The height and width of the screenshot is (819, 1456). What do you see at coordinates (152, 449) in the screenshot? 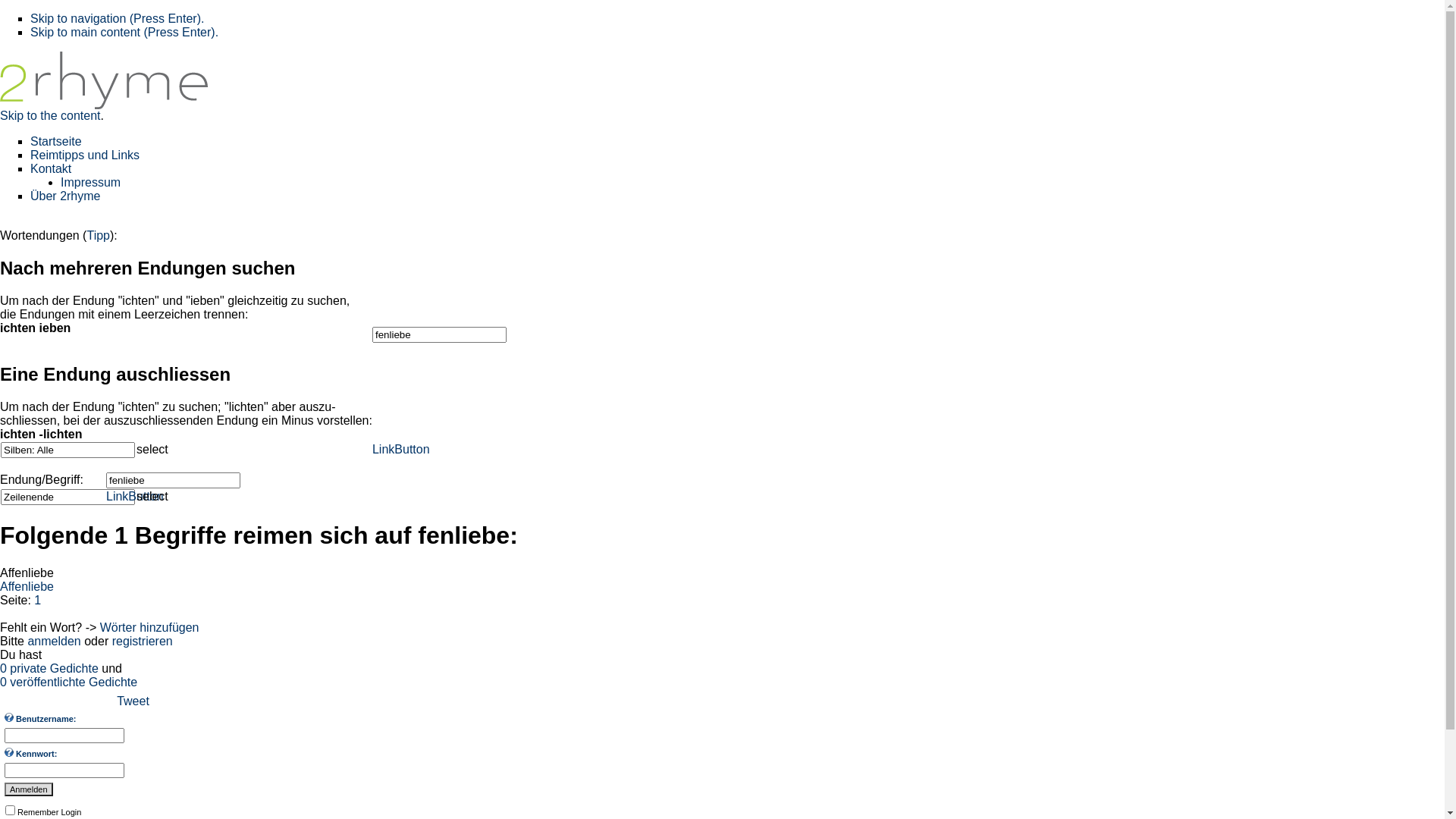
I see `'select'` at bounding box center [152, 449].